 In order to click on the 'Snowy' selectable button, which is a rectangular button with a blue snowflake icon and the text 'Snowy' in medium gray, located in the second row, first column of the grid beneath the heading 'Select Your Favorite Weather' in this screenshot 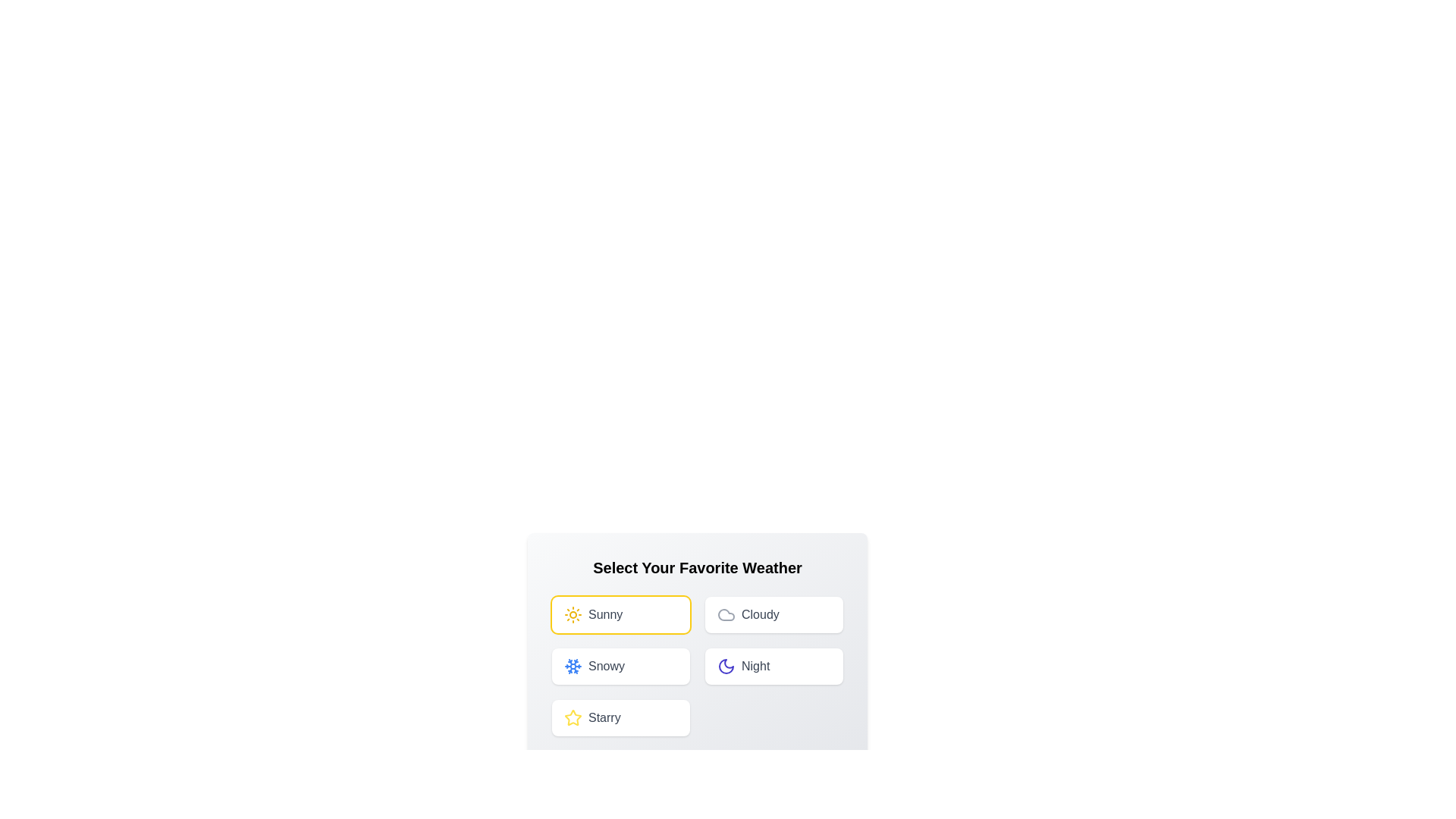, I will do `click(621, 666)`.